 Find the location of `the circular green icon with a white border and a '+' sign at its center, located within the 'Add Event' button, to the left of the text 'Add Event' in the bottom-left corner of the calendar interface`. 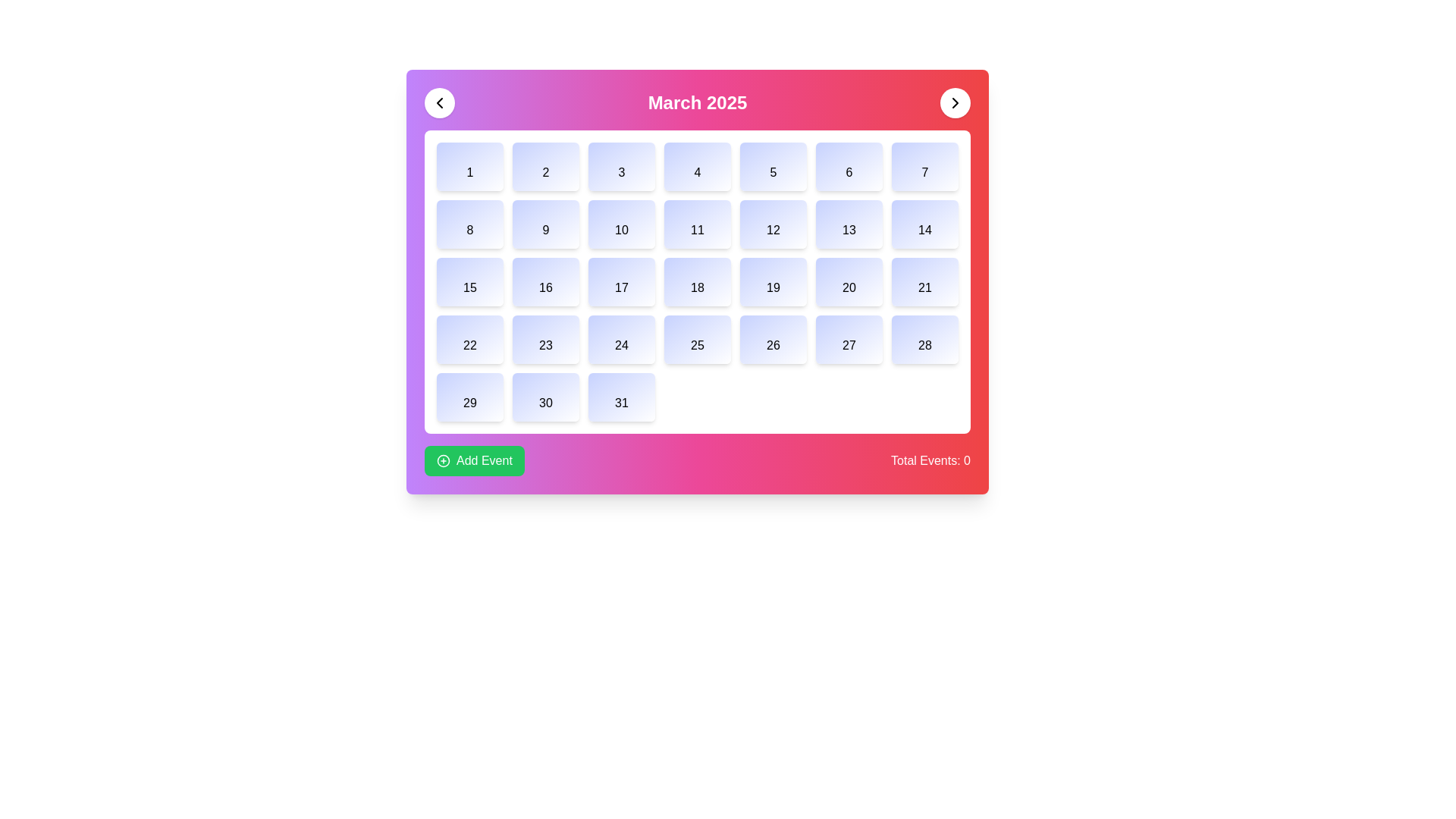

the circular green icon with a white border and a '+' sign at its center, located within the 'Add Event' button, to the left of the text 'Add Event' in the bottom-left corner of the calendar interface is located at coordinates (443, 460).